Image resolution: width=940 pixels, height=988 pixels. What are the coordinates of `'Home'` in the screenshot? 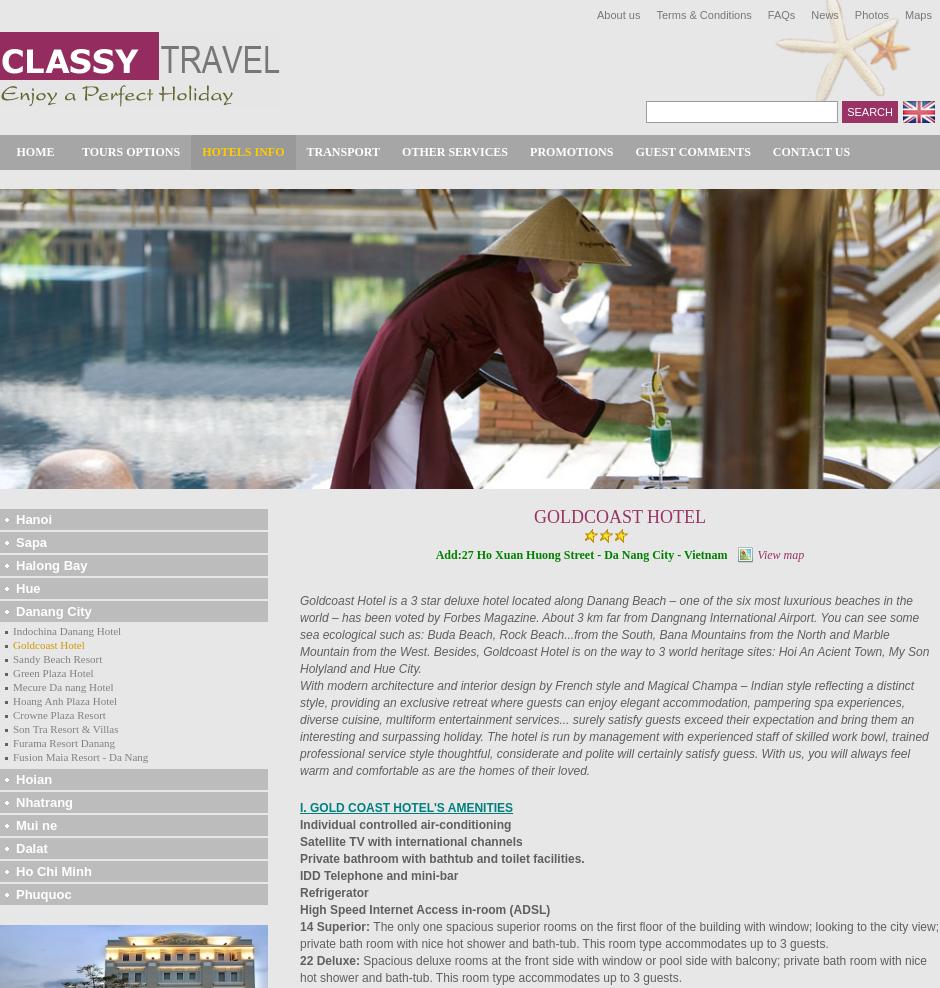 It's located at (34, 150).